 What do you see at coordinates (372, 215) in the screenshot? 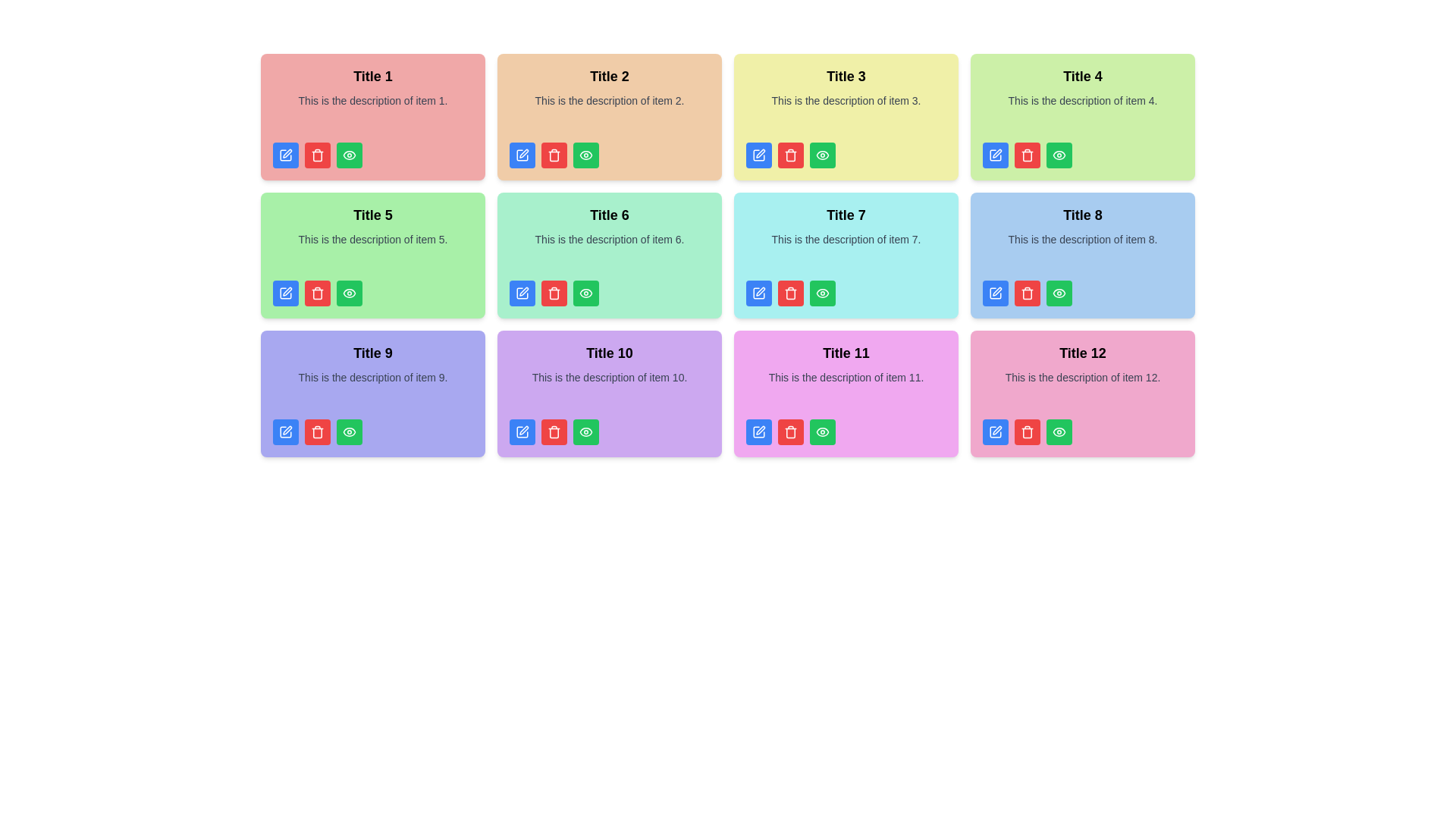
I see `the text label styled with a large font size and bold weight that features the text 'Title 5', located near the top-left of its containing box, if it supports keyboard navigation` at bounding box center [372, 215].